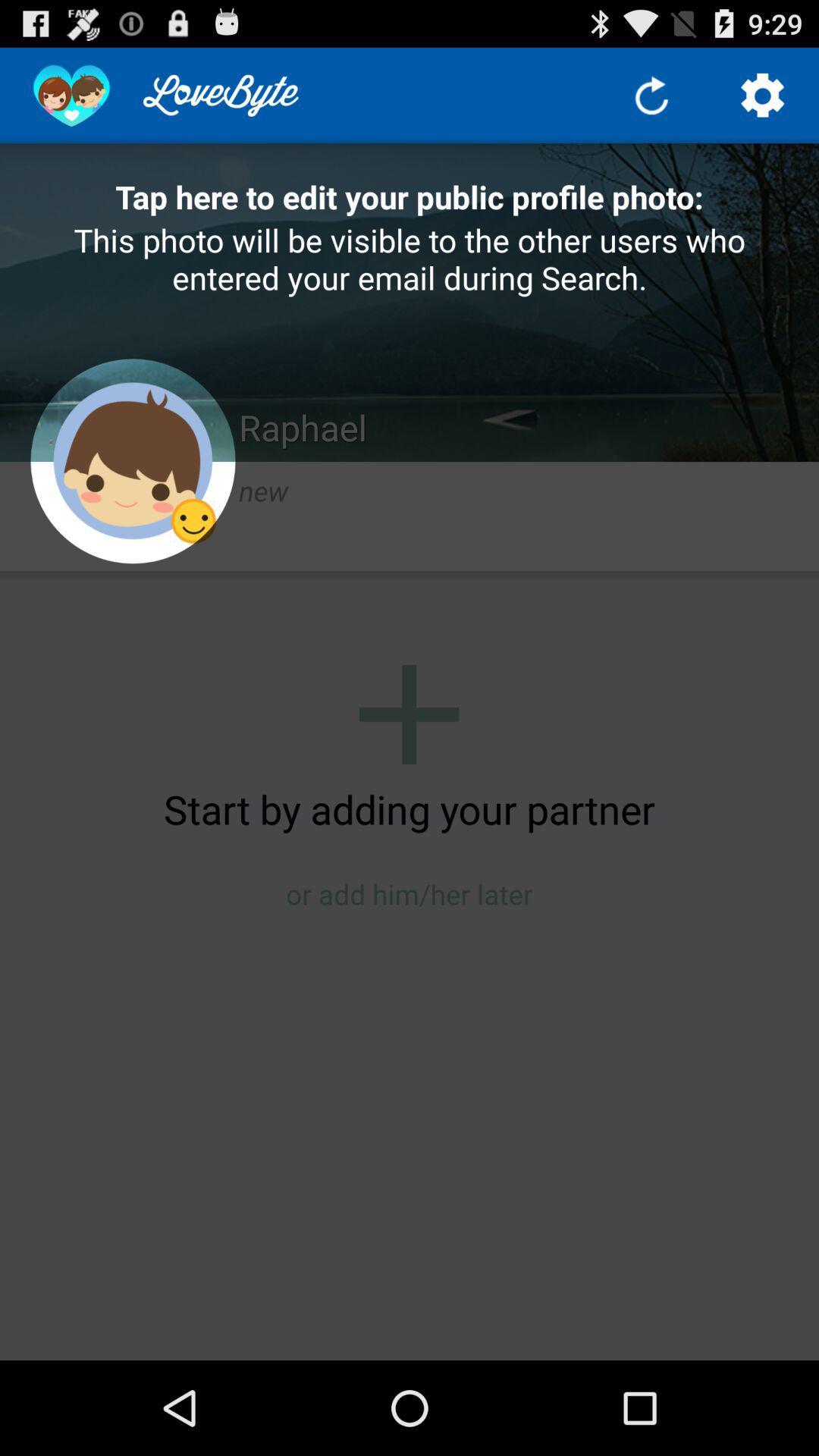 This screenshot has height=1456, width=819. What do you see at coordinates (763, 94) in the screenshot?
I see `settings` at bounding box center [763, 94].